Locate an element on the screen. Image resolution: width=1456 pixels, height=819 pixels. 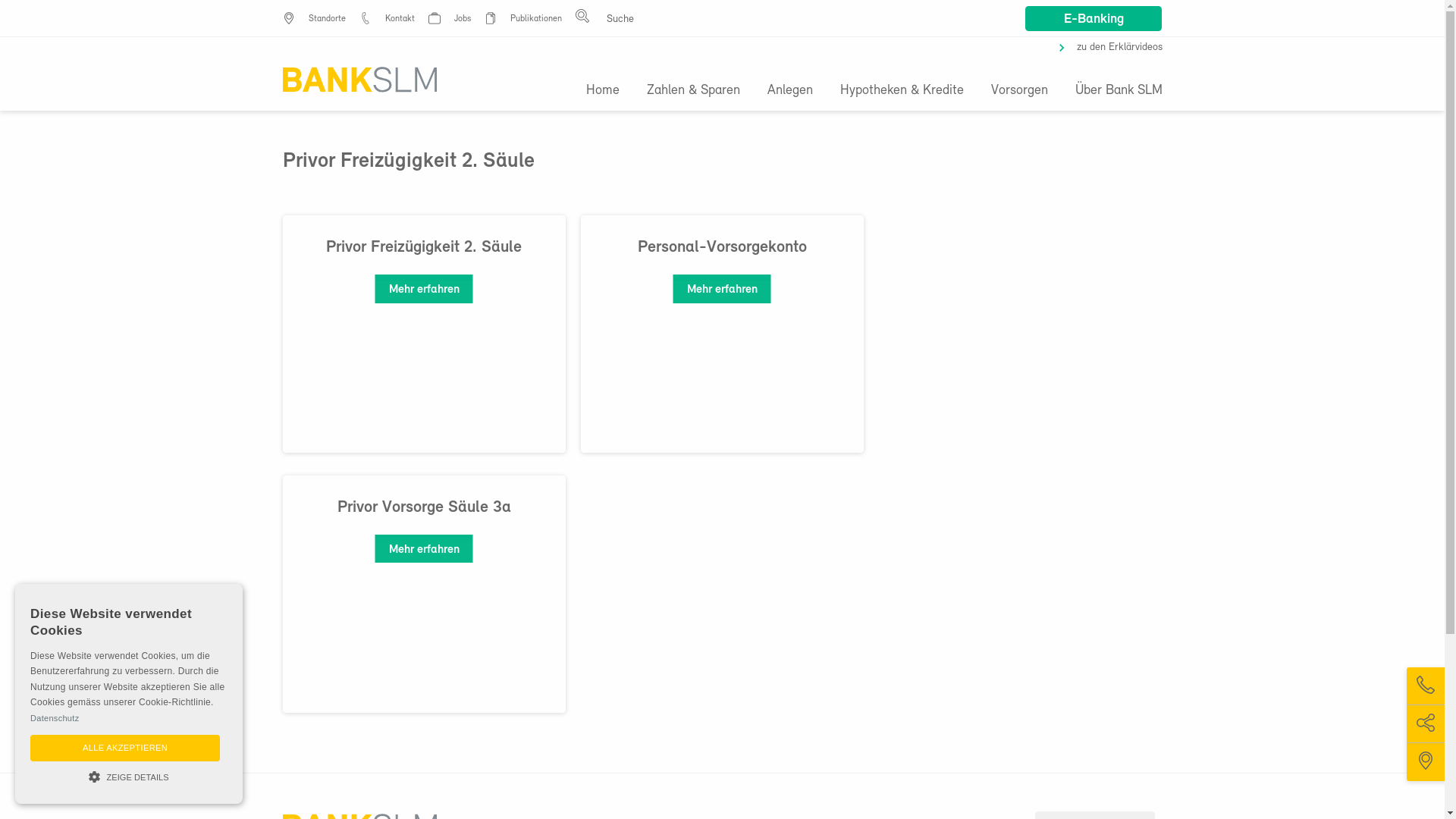
'Datenschutz' is located at coordinates (55, 717).